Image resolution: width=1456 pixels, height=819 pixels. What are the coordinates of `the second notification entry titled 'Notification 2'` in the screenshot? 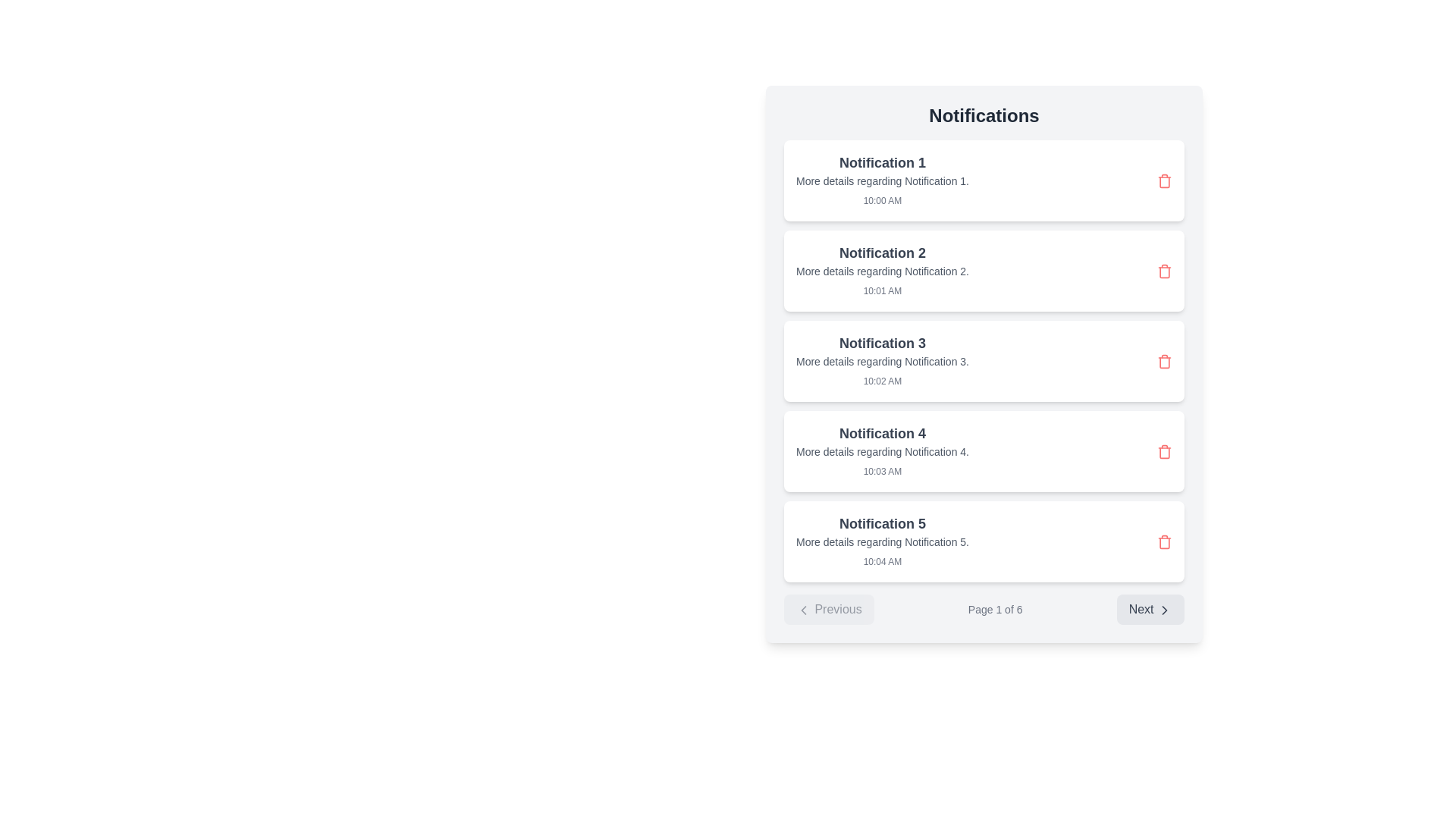 It's located at (883, 270).